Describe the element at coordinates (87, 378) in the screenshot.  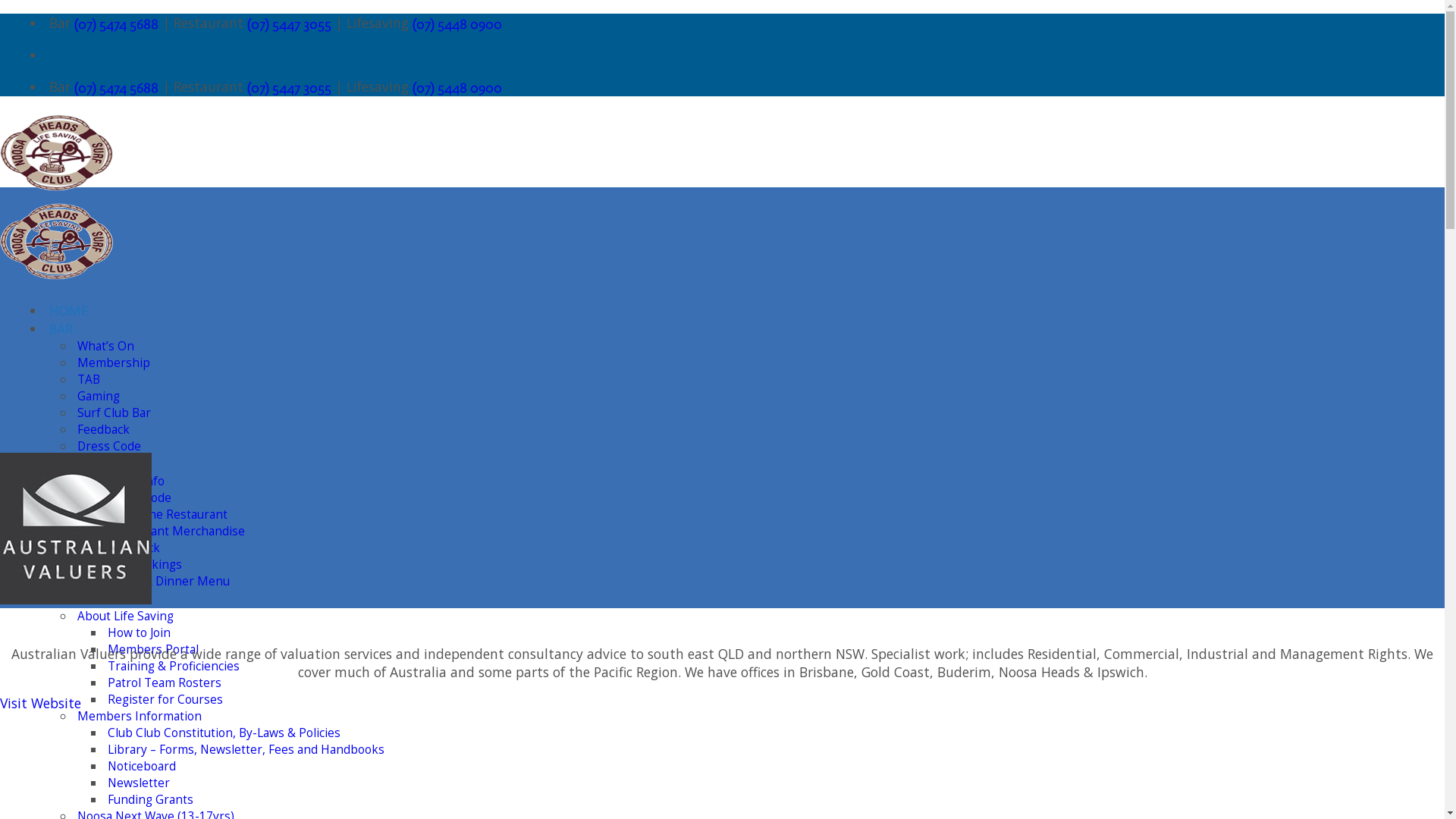
I see `'TAB'` at that location.